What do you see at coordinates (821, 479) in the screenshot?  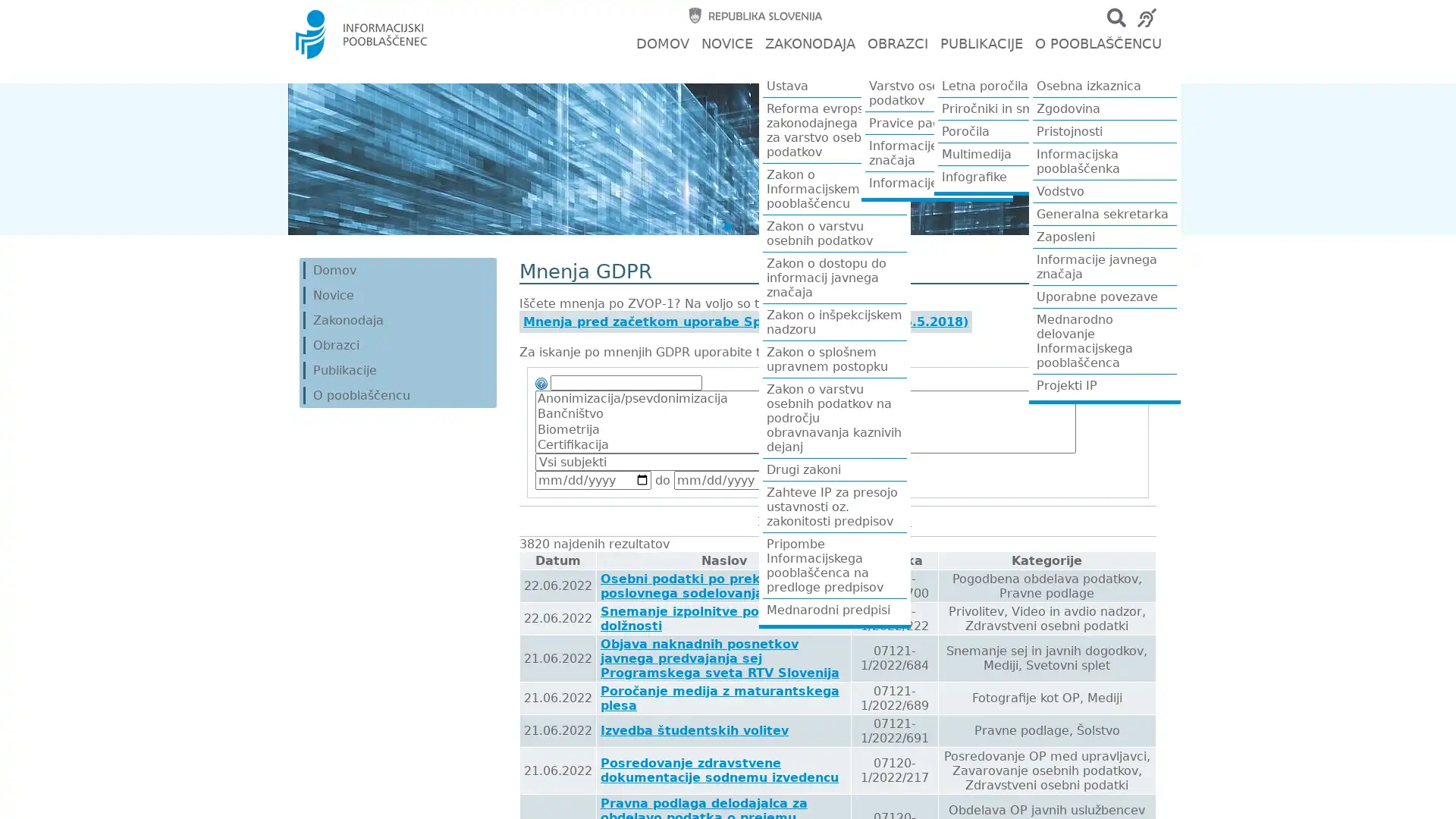 I see `Iskanje` at bounding box center [821, 479].